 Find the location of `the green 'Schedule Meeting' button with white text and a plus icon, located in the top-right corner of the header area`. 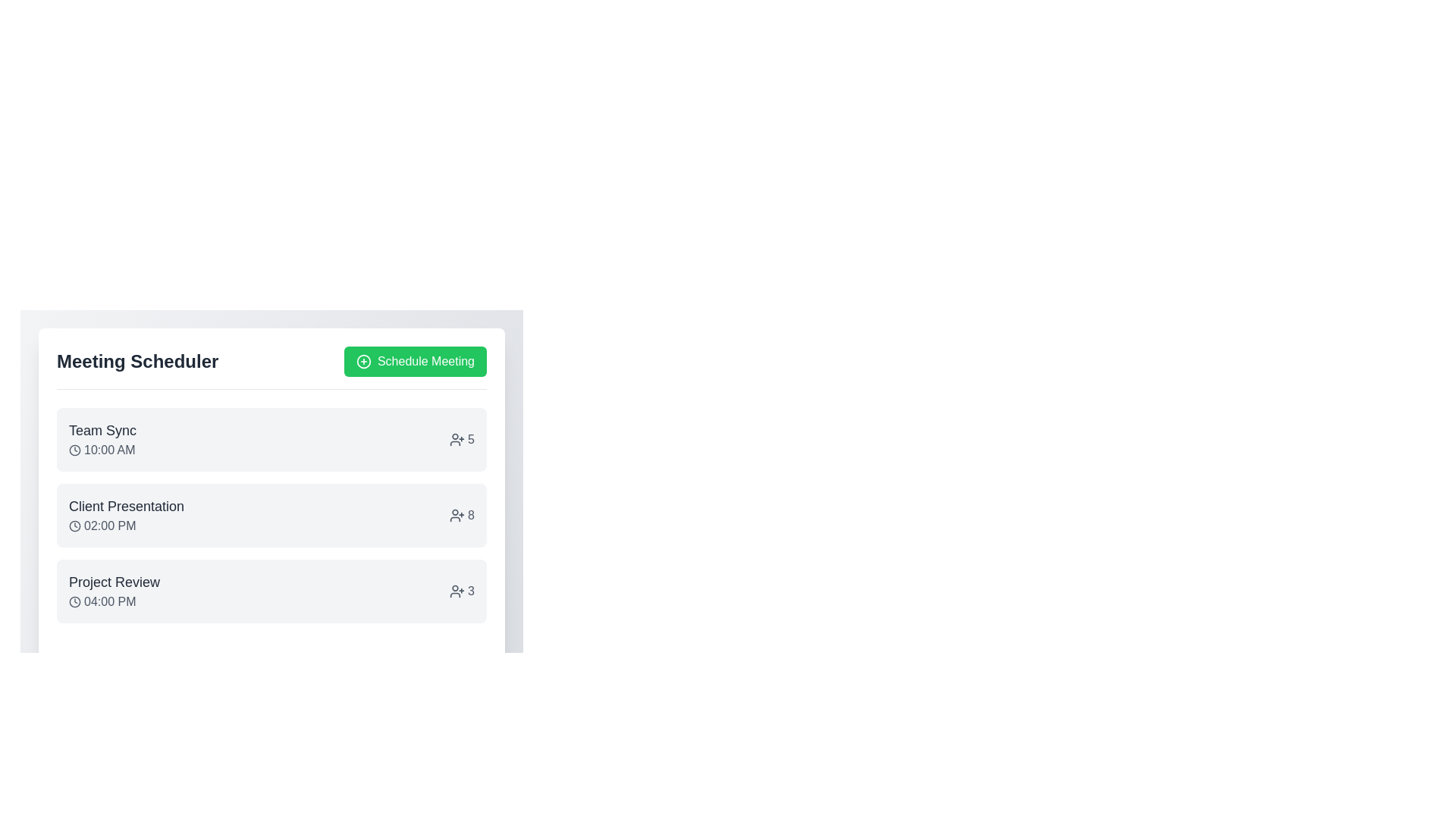

the green 'Schedule Meeting' button with white text and a plus icon, located in the top-right corner of the header area is located at coordinates (415, 362).